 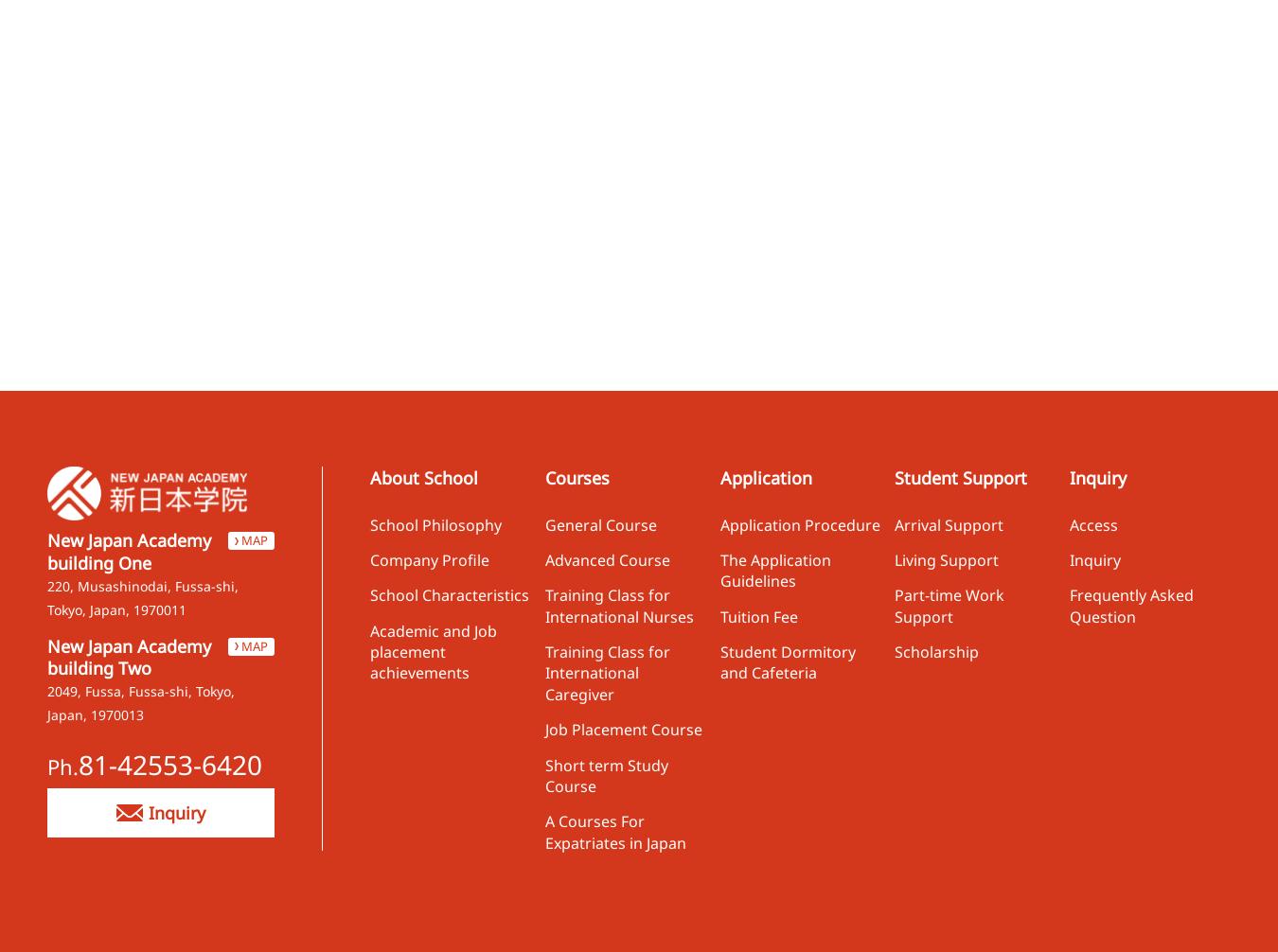 What do you see at coordinates (606, 673) in the screenshot?
I see `'Training Class for International Caregiver'` at bounding box center [606, 673].